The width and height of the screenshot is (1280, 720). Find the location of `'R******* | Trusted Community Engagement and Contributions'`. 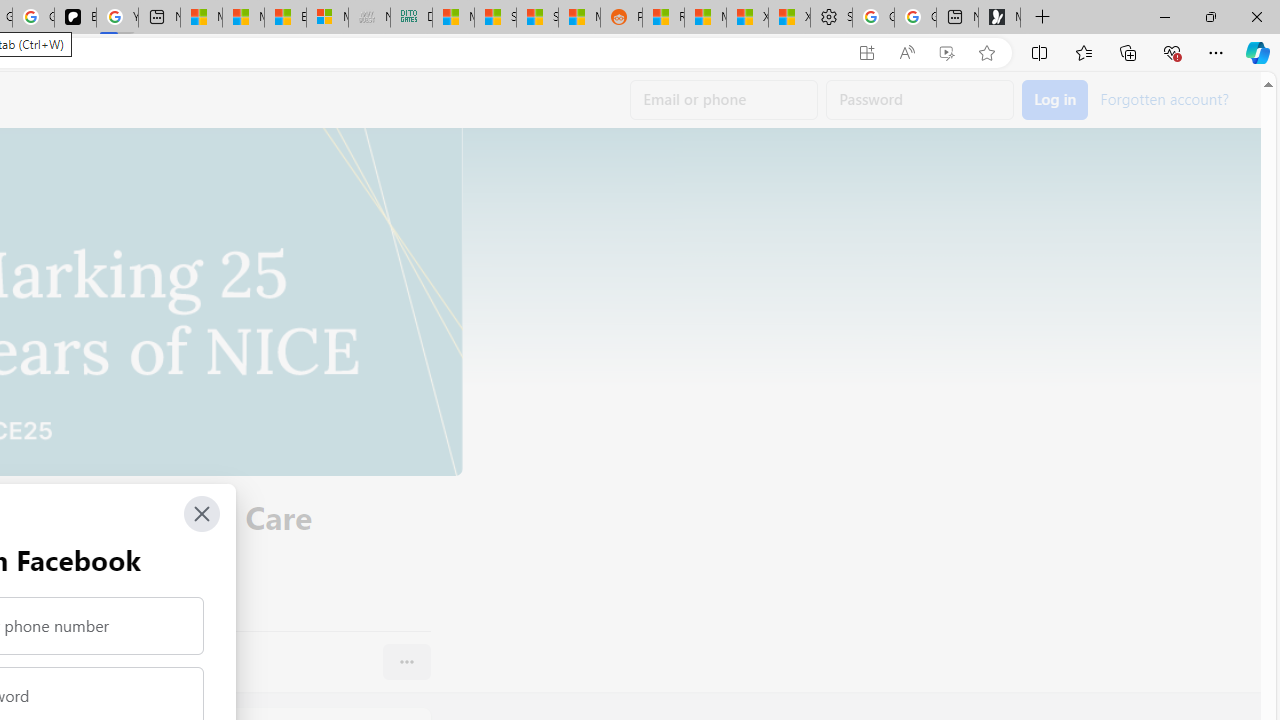

'R******* | Trusted Community Engagement and Contributions' is located at coordinates (663, 17).